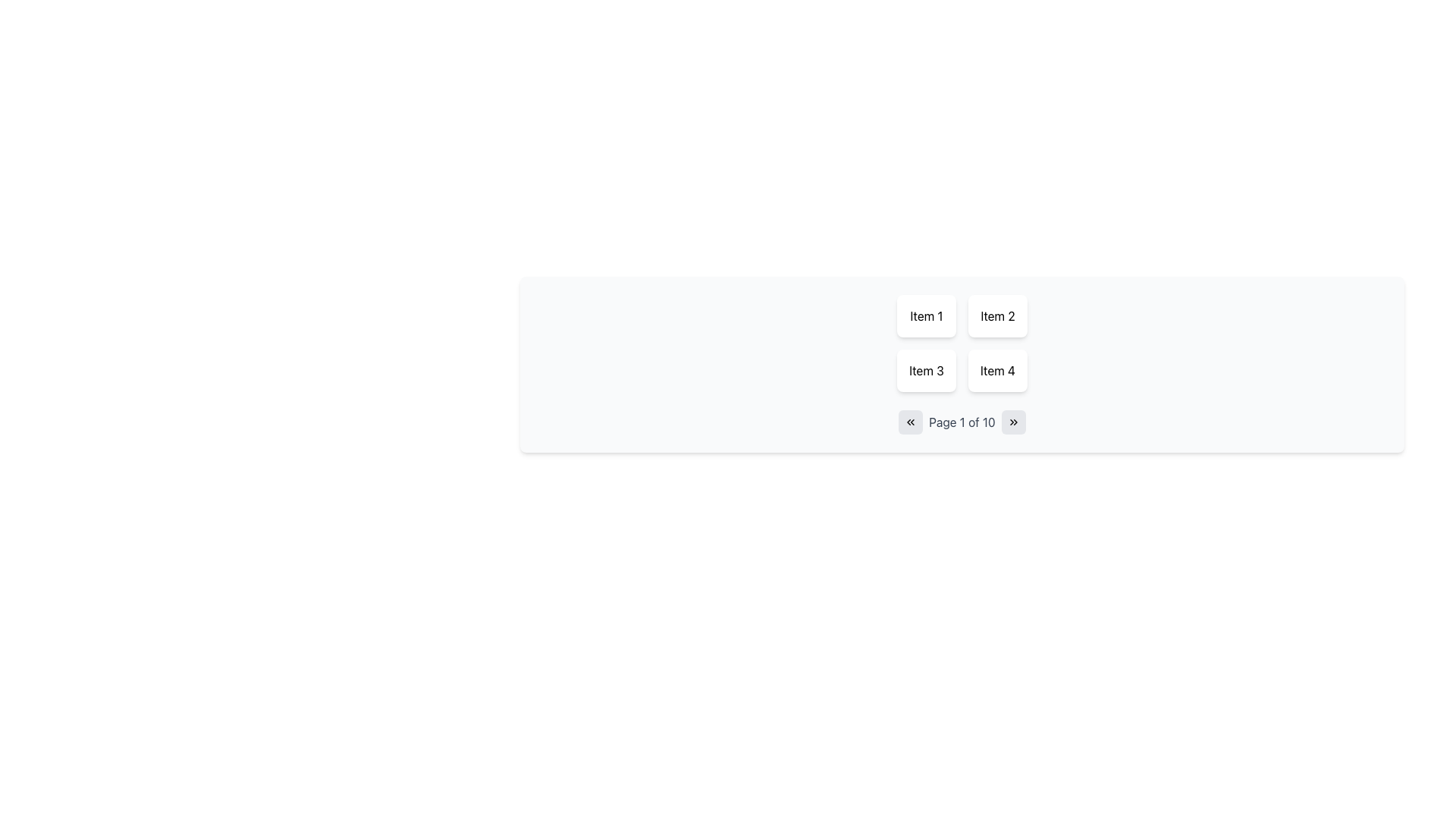  Describe the element at coordinates (997, 315) in the screenshot. I see `the 'Item 2' Text button, which is a rectangular button with a white background and bold black text, located in the second column of the first row in a grid layout` at that location.